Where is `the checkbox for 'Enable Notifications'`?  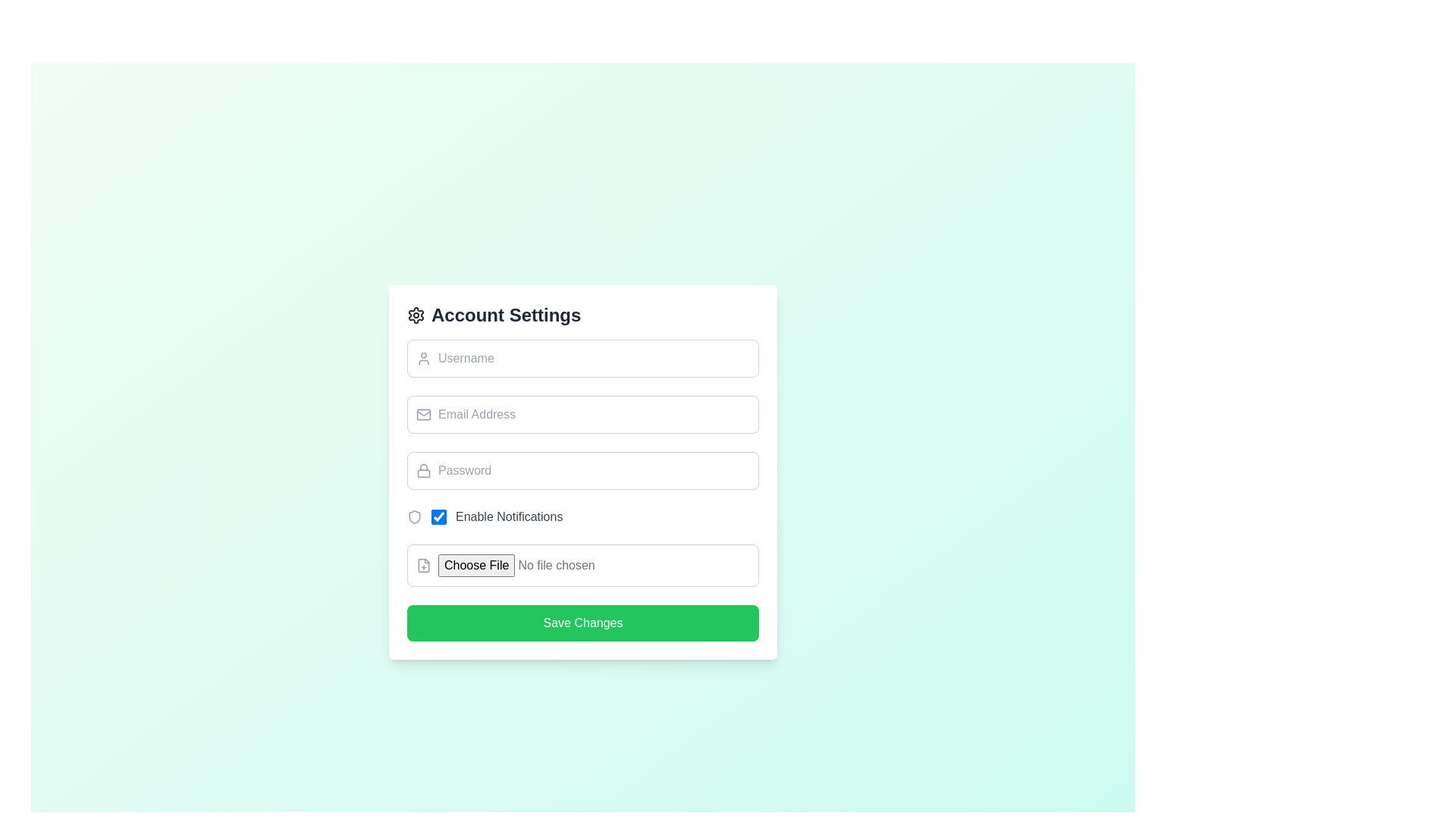
the checkbox for 'Enable Notifications' is located at coordinates (497, 516).